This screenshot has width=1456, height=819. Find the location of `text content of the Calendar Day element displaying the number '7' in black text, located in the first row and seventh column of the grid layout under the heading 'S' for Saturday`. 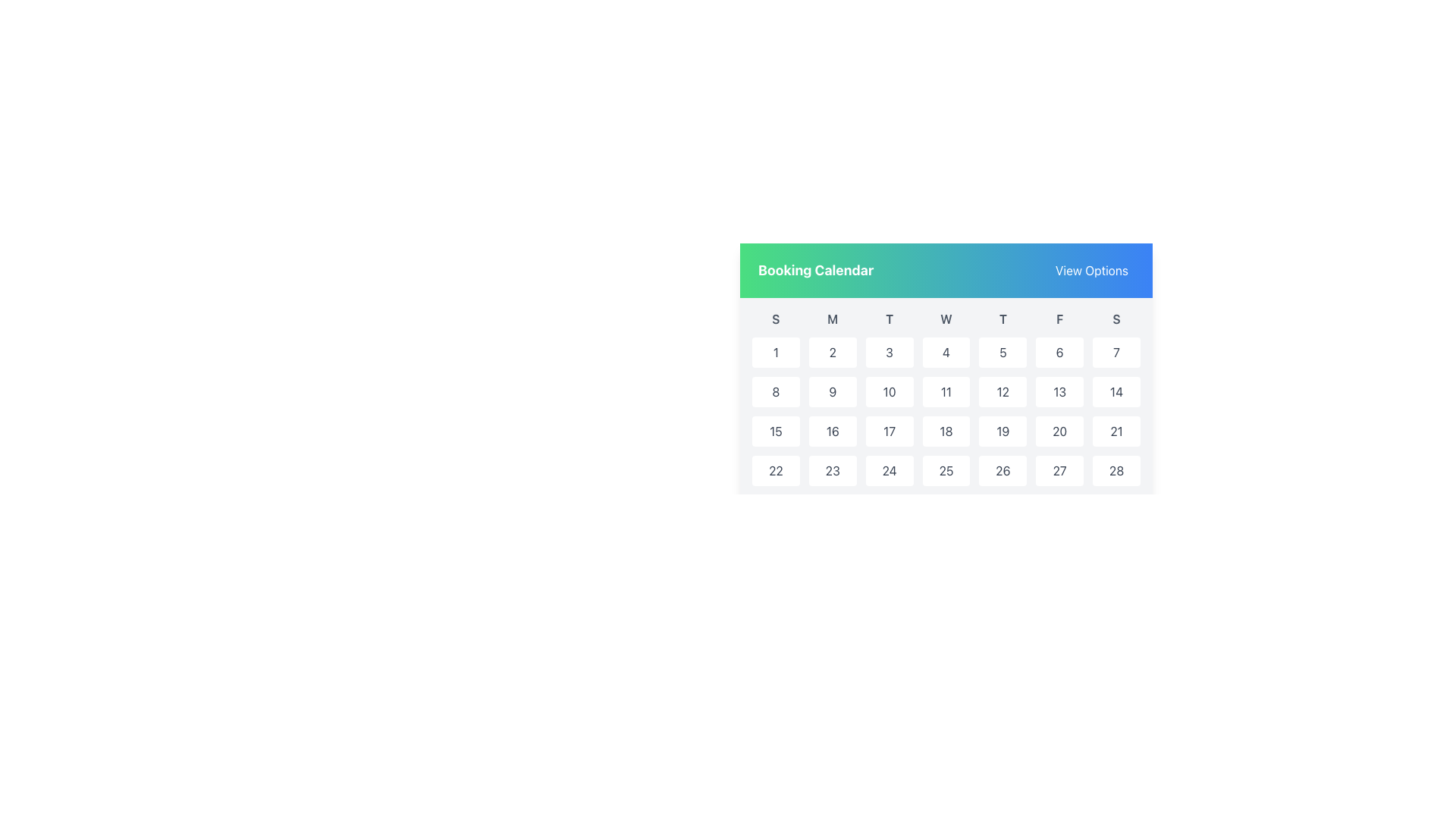

text content of the Calendar Day element displaying the number '7' in black text, located in the first row and seventh column of the grid layout under the heading 'S' for Saturday is located at coordinates (1116, 353).